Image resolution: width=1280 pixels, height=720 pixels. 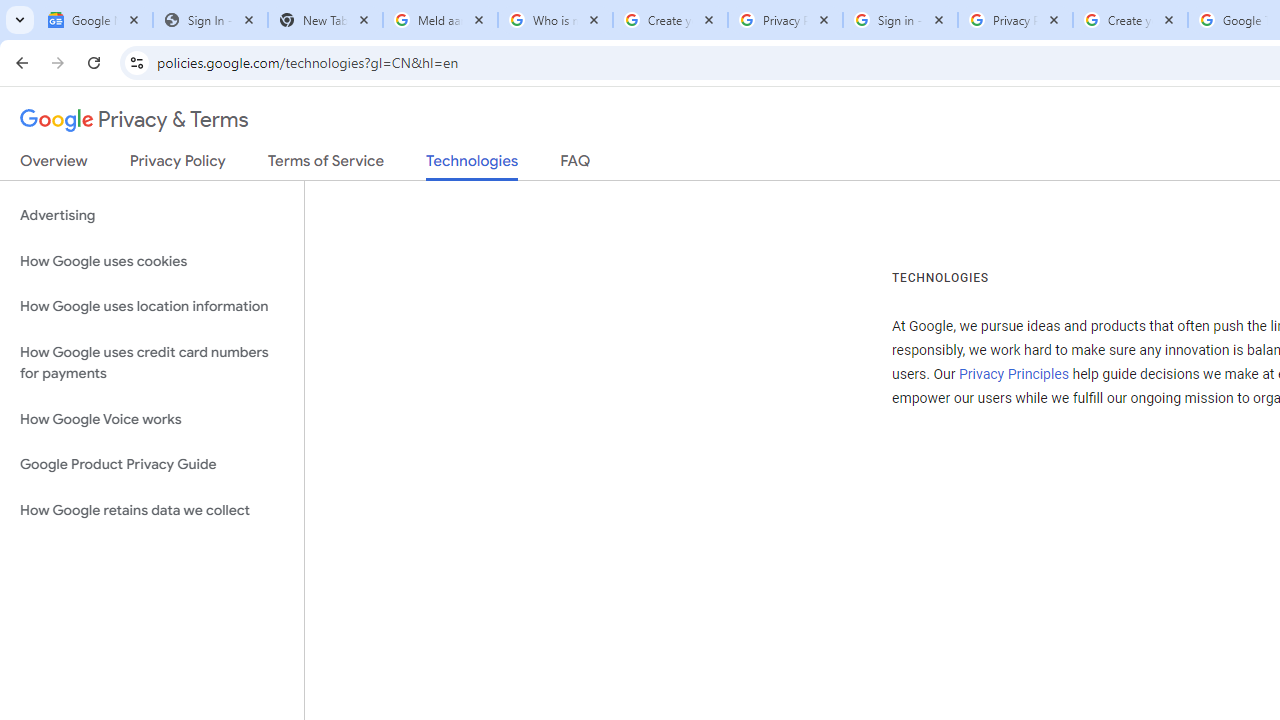 What do you see at coordinates (134, 120) in the screenshot?
I see `'Privacy & Terms'` at bounding box center [134, 120].